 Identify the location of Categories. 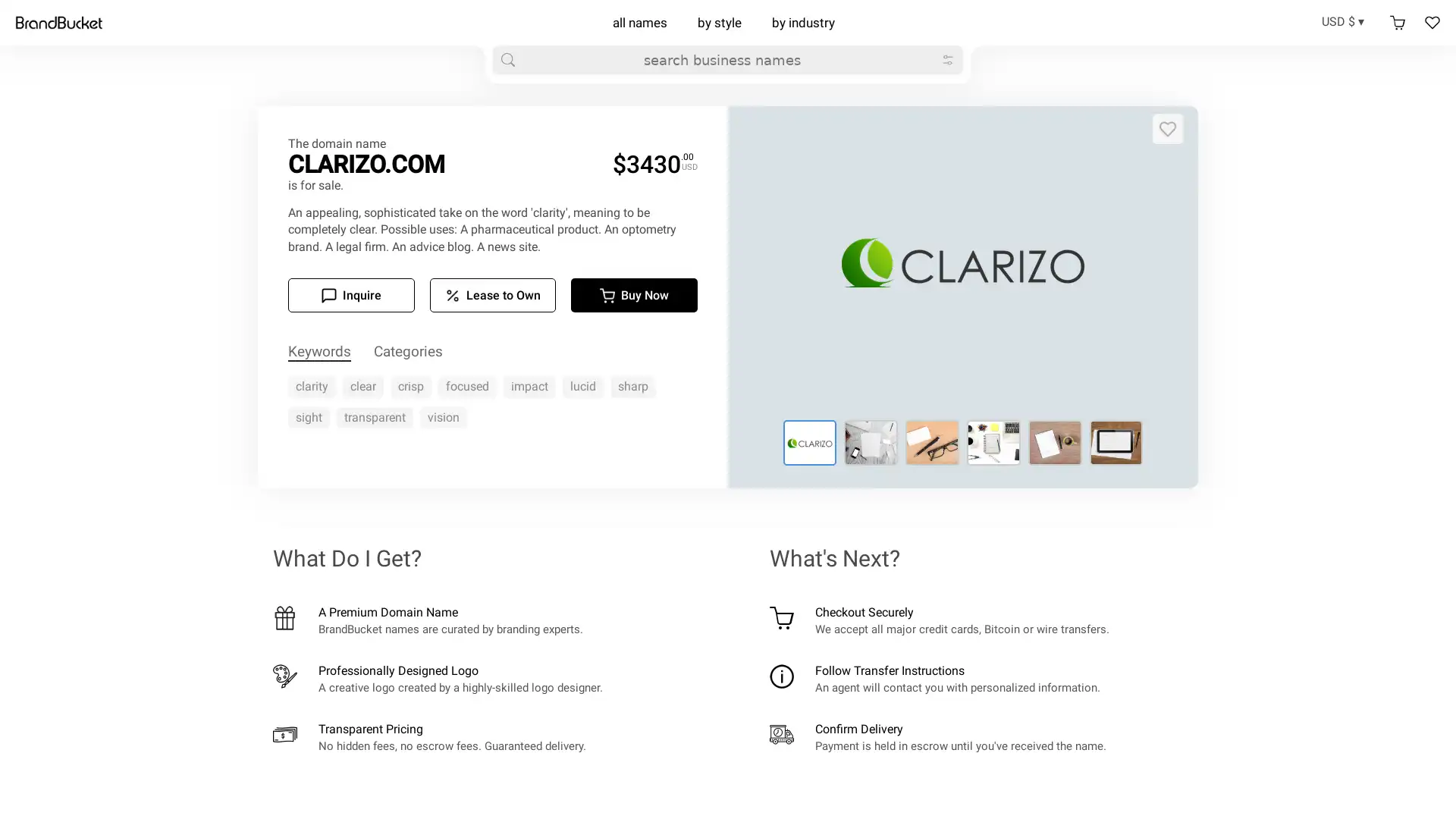
(408, 352).